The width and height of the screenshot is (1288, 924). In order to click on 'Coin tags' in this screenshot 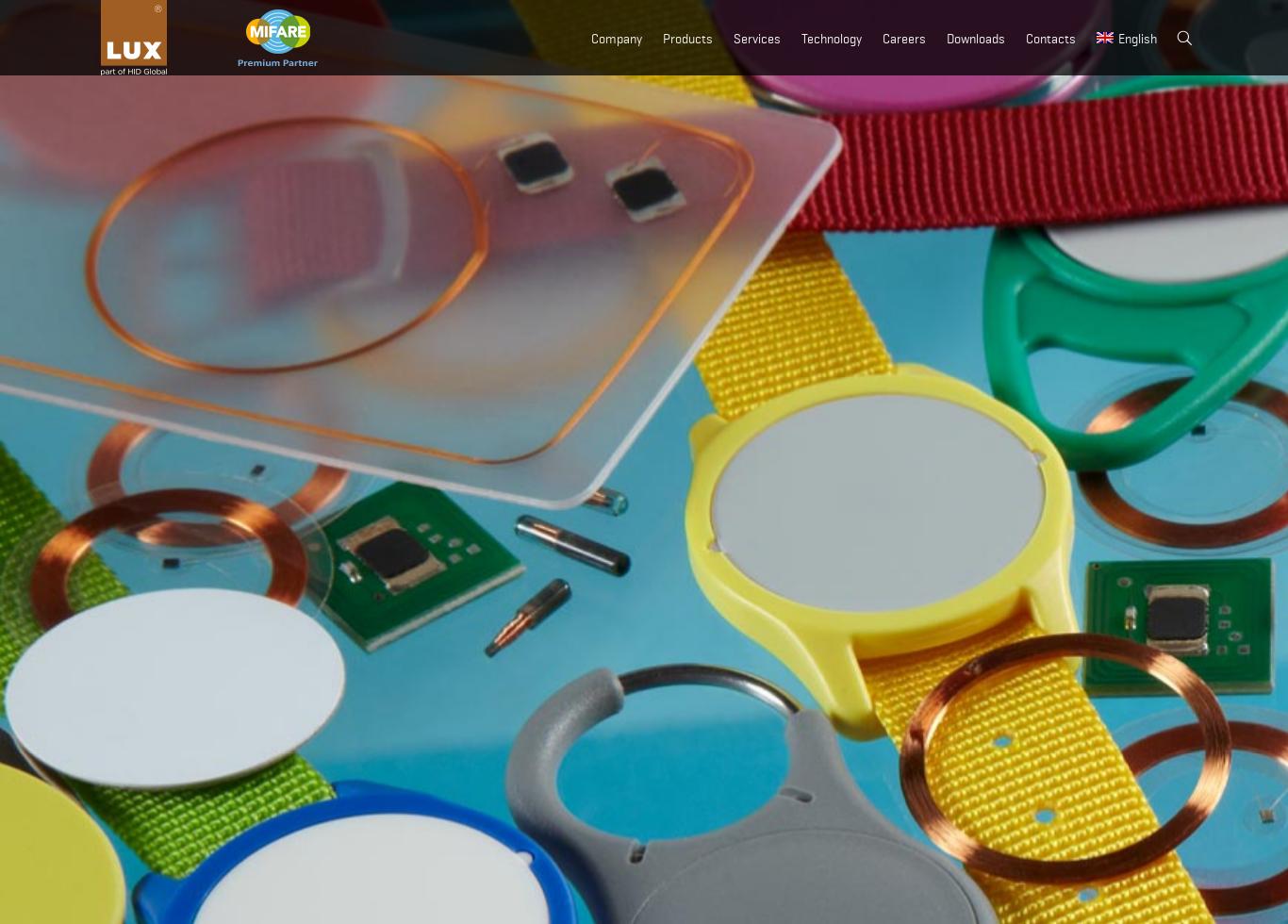, I will do `click(679, 549)`.